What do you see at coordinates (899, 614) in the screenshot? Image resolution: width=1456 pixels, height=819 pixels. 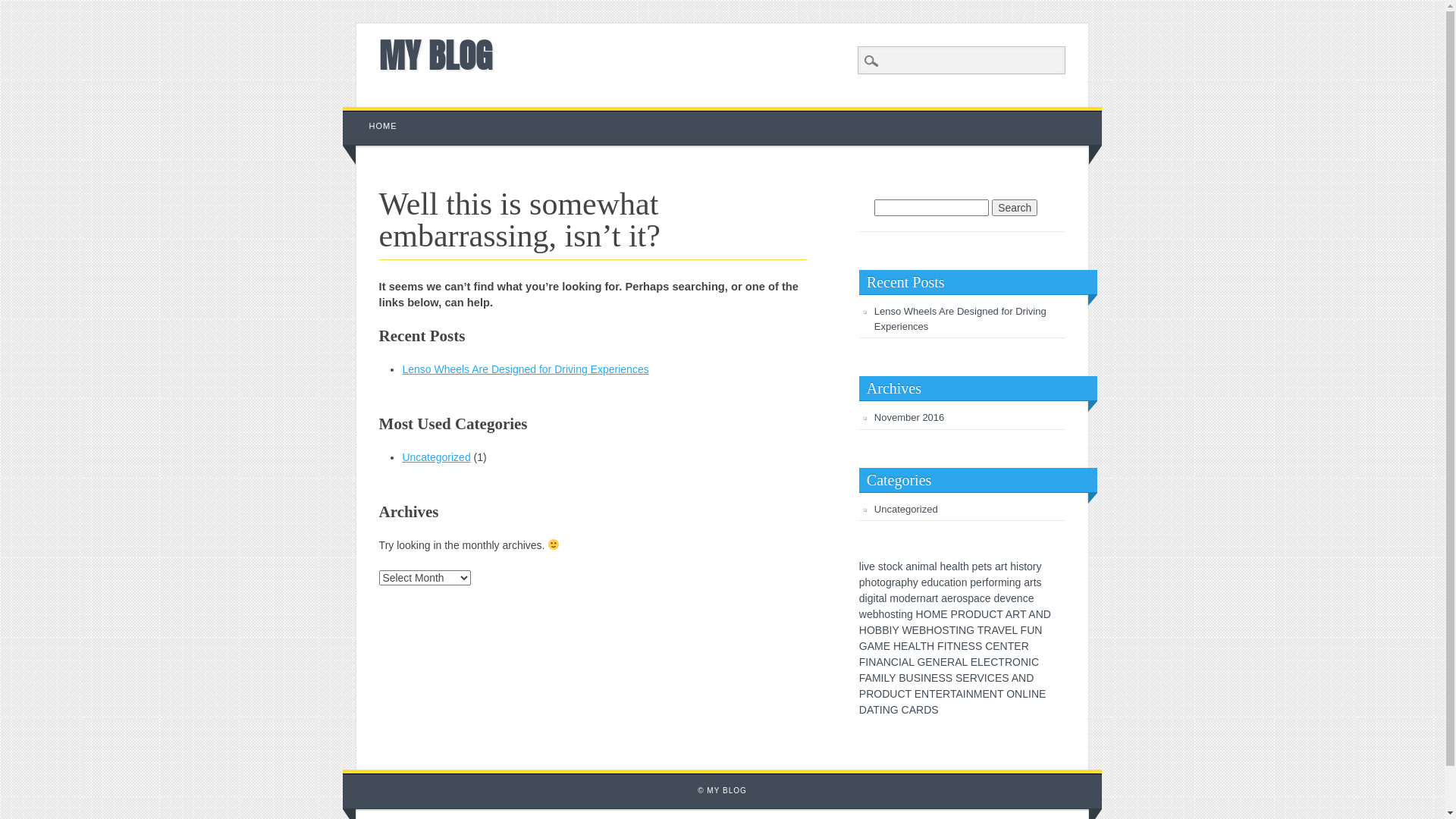 I see `'i'` at bounding box center [899, 614].